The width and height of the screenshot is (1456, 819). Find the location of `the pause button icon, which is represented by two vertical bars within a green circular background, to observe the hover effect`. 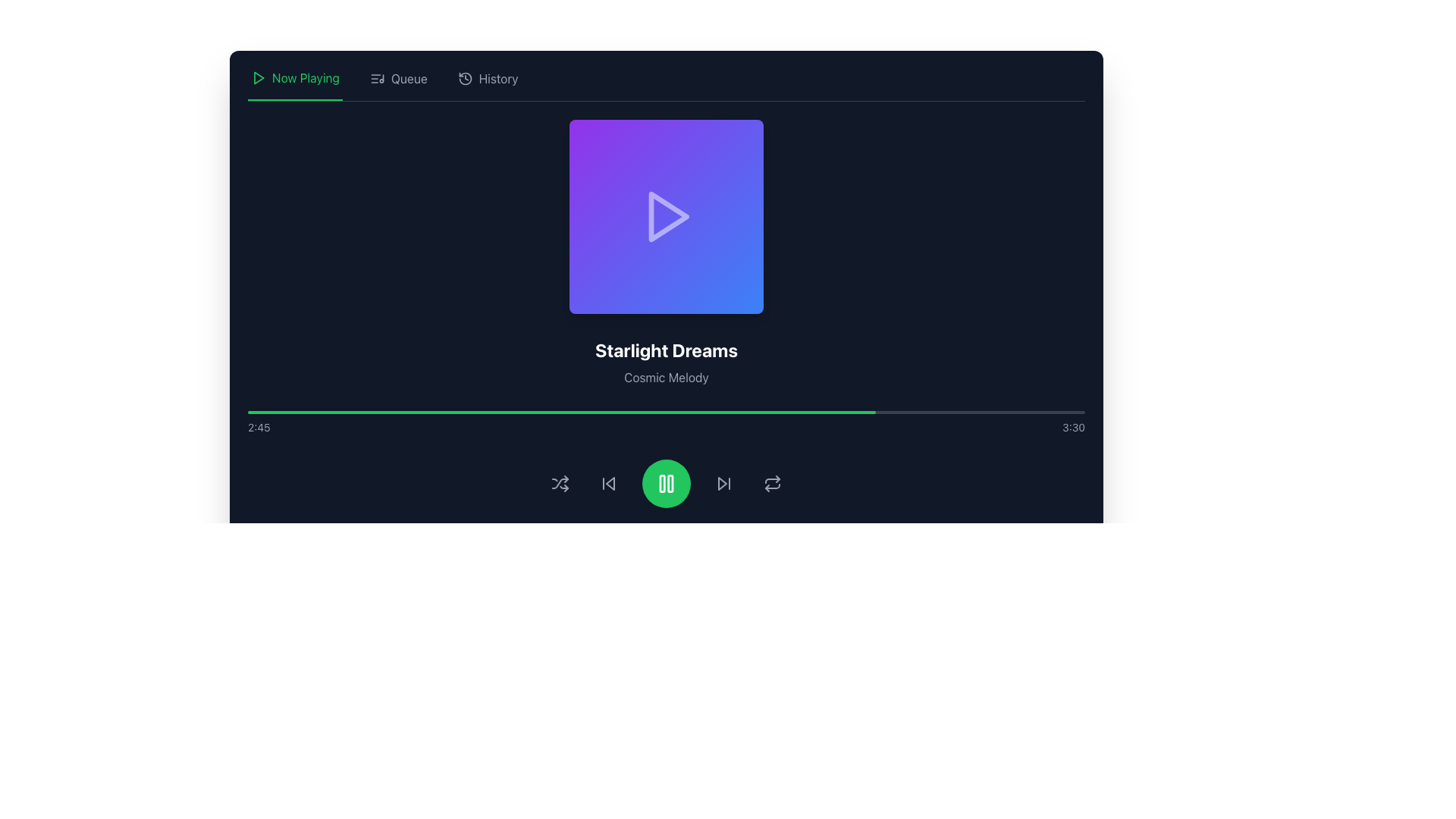

the pause button icon, which is represented by two vertical bars within a green circular background, to observe the hover effect is located at coordinates (666, 483).